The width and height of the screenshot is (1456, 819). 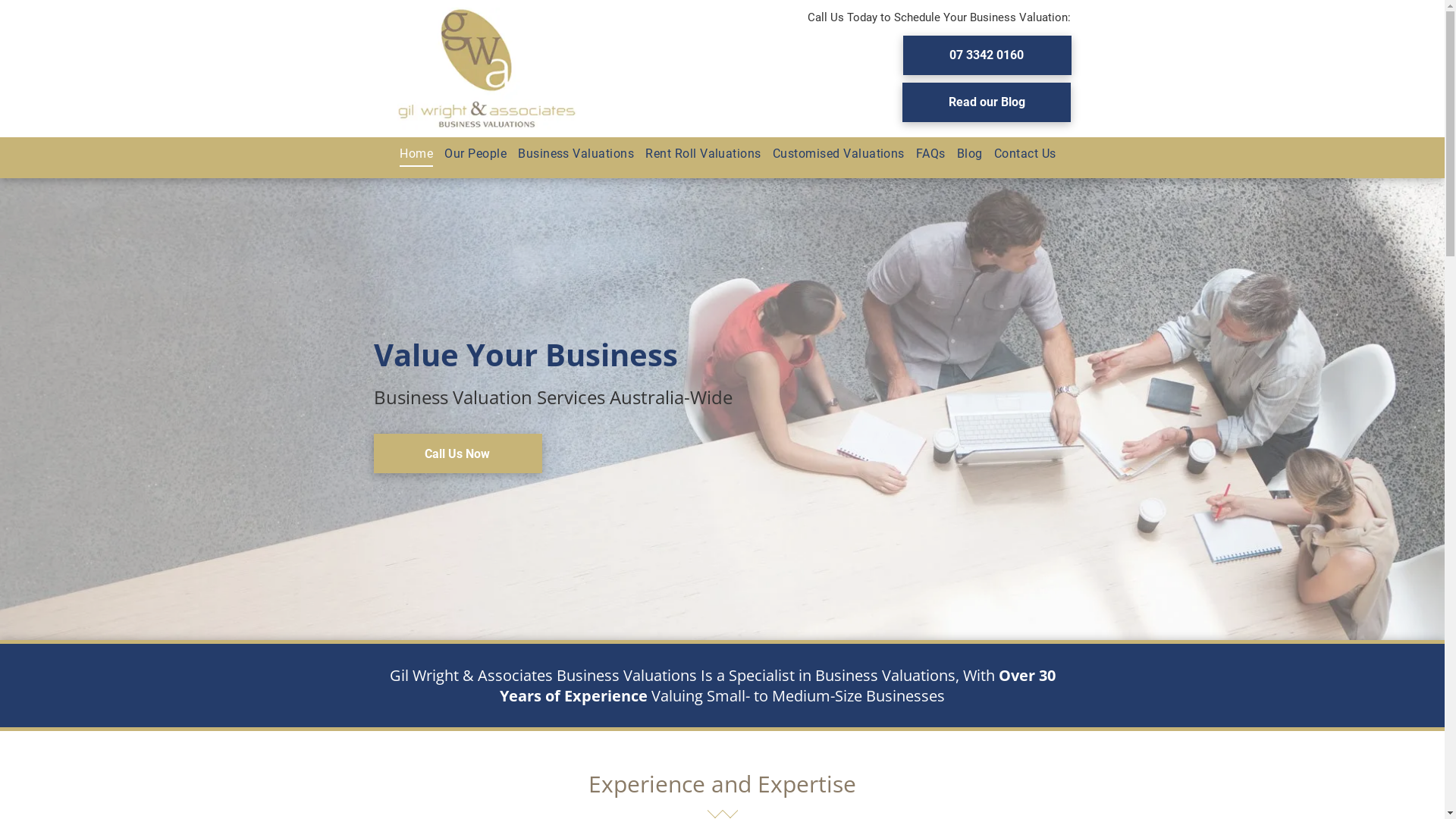 I want to click on '07 3342 0160', so click(x=986, y=54).